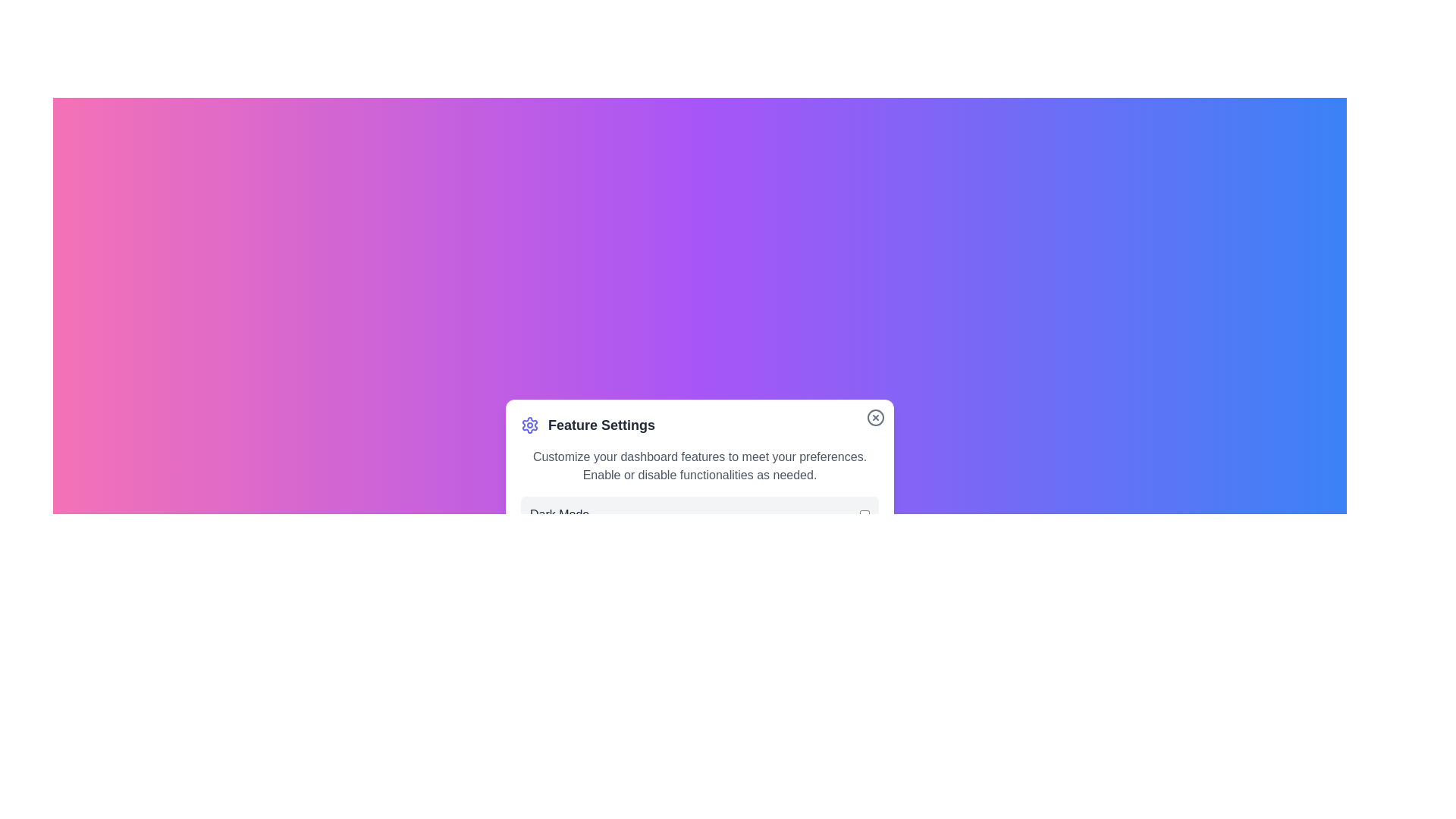  Describe the element at coordinates (601, 425) in the screenshot. I see `text content of the title label indicating 'Feature Settings' located near the top of the modal, positioned to the right of a purple gear-shaped icon` at that location.